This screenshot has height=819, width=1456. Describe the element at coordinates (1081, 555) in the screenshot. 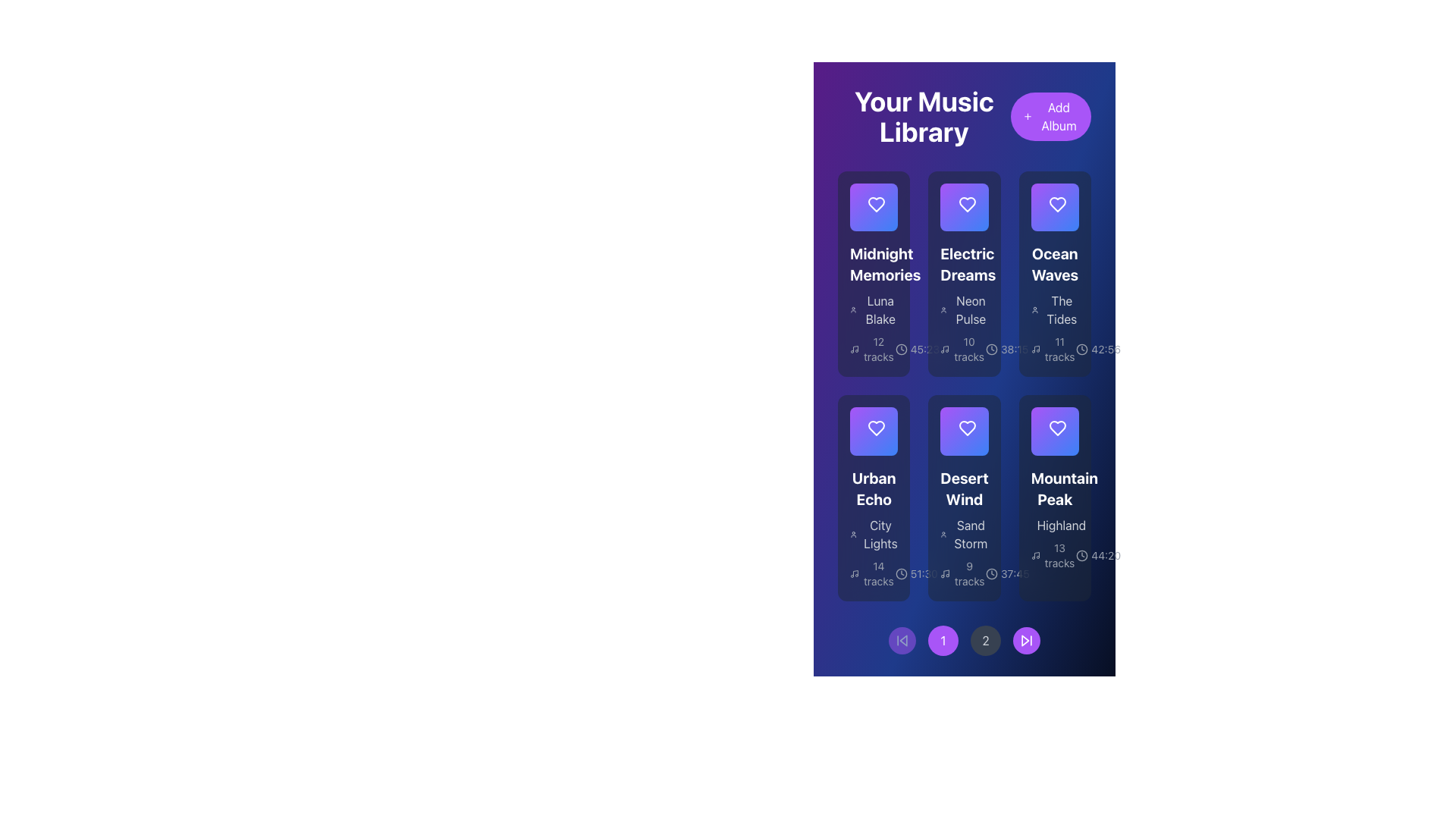

I see `the duration icon located within the 'Mountain Peak' album card, positioned to the left of the '44:20' text` at that location.